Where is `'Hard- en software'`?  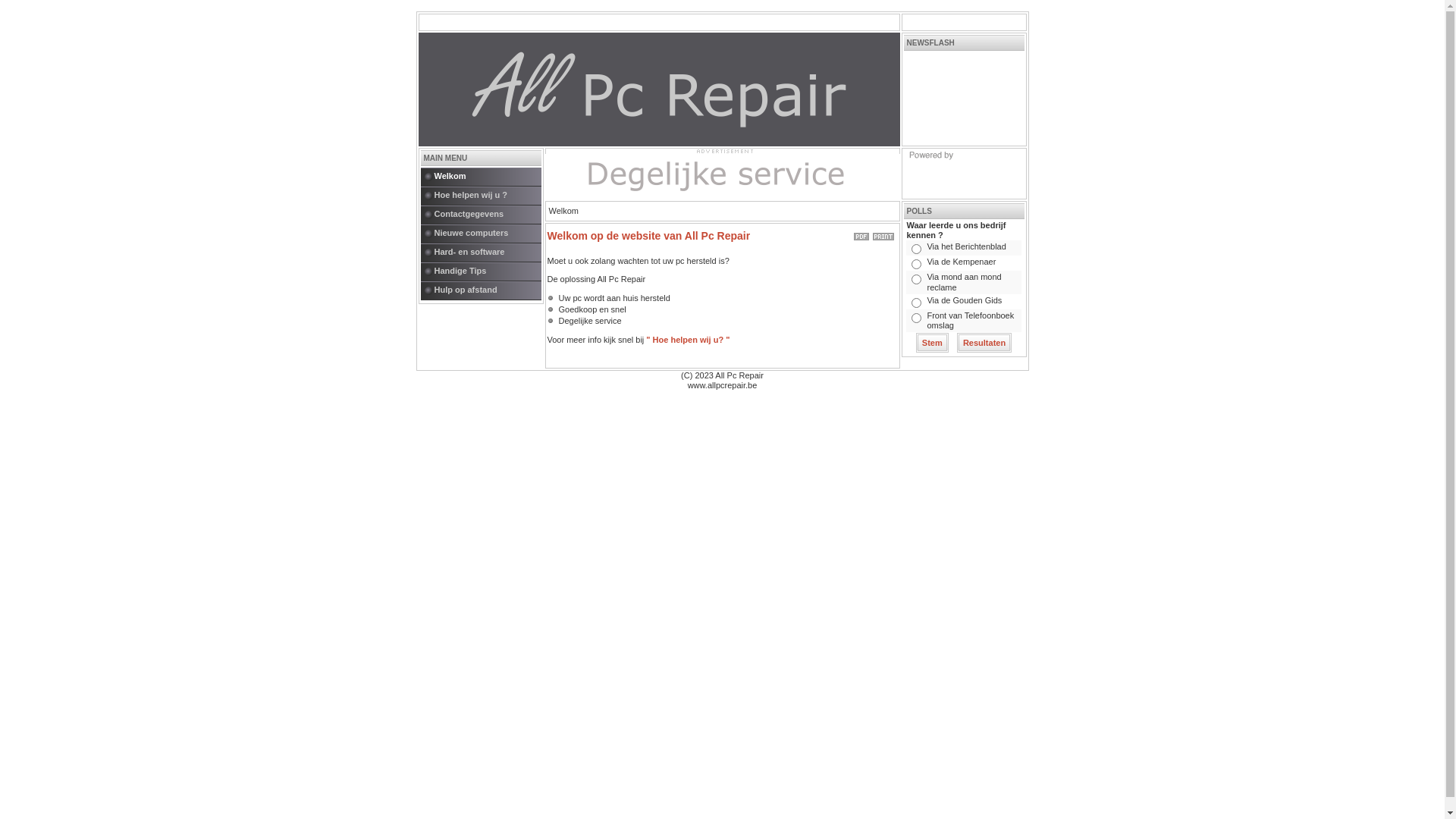
'Hard- en software' is located at coordinates (487, 252).